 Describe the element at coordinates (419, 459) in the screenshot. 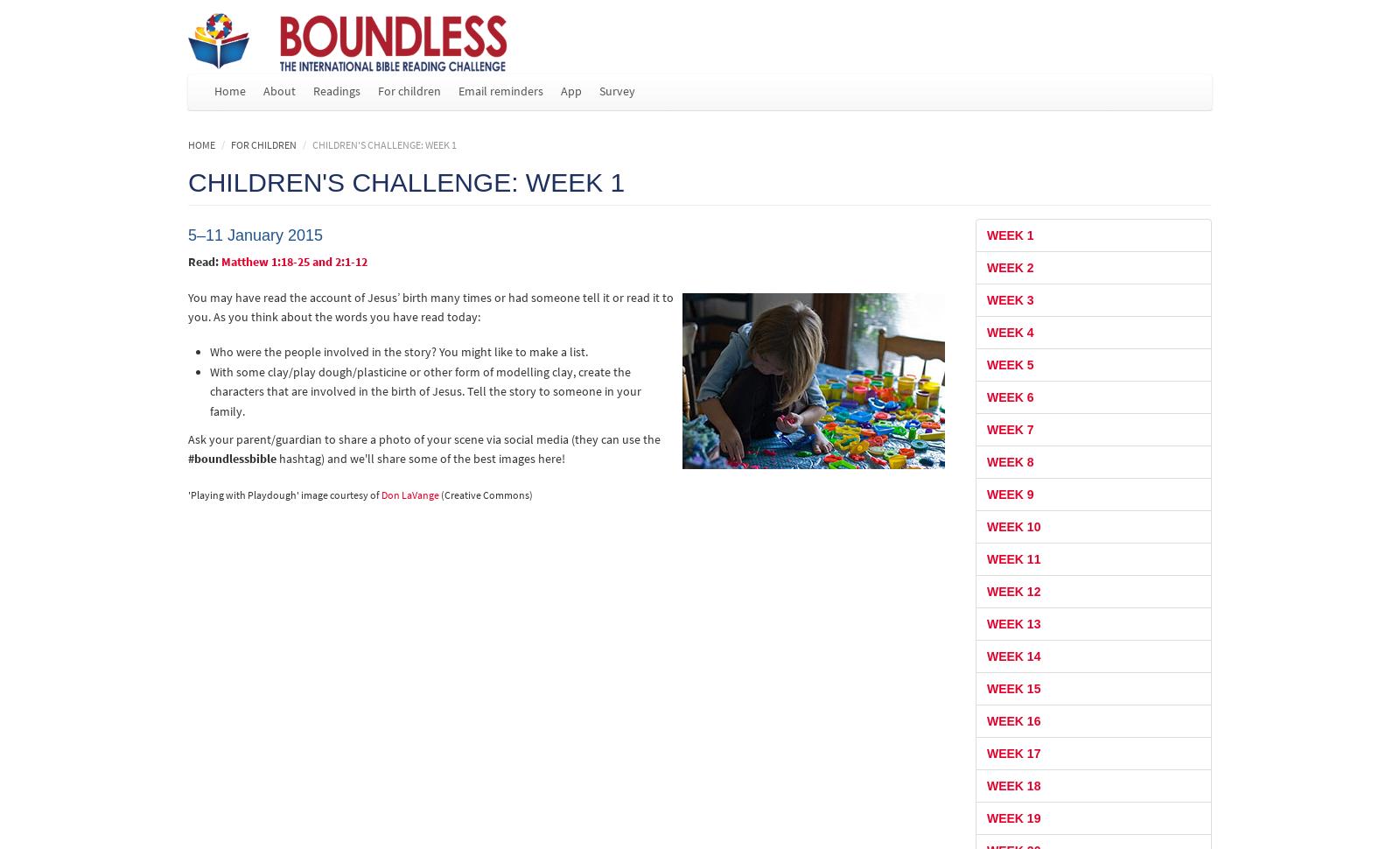

I see `'hashtag) and we'll share some of the best images here!'` at that location.